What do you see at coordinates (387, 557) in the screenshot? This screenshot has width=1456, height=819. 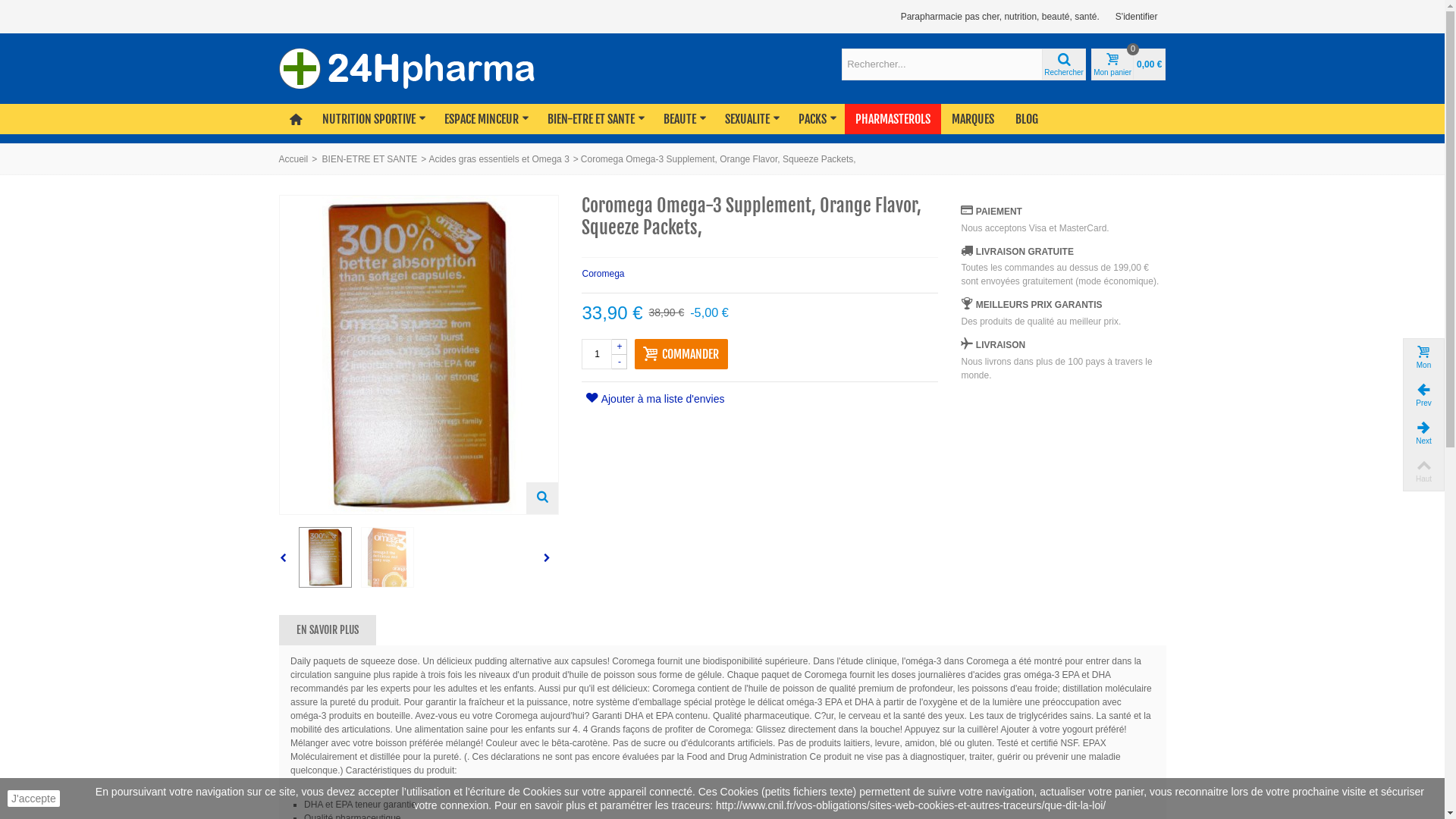 I see `'Coromega Omega-3 Supplement, Orange Flavor, Squeeze Packets,'` at bounding box center [387, 557].